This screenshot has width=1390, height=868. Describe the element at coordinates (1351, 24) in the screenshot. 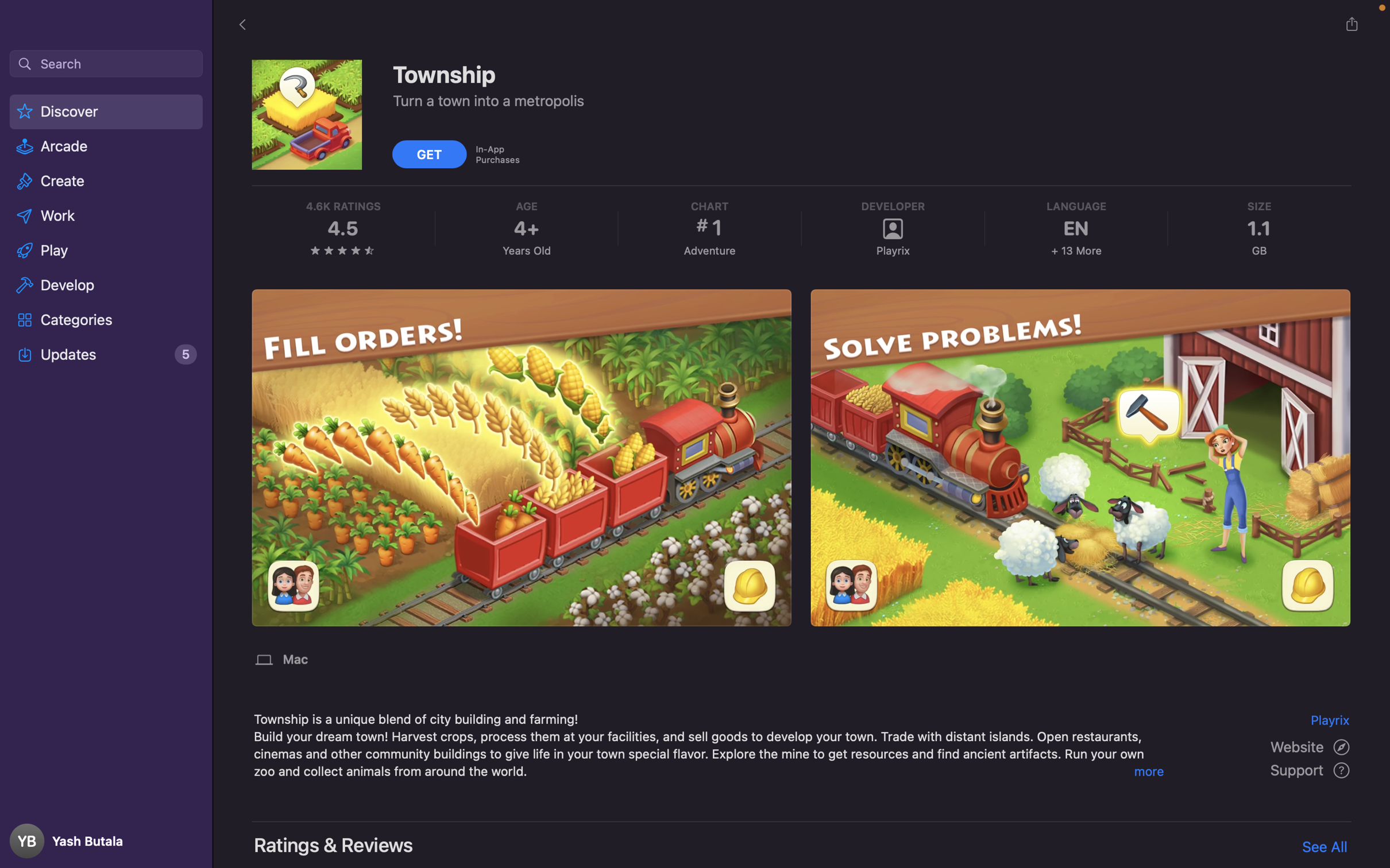

I see `Copy the link by clicking on the Share button` at that location.